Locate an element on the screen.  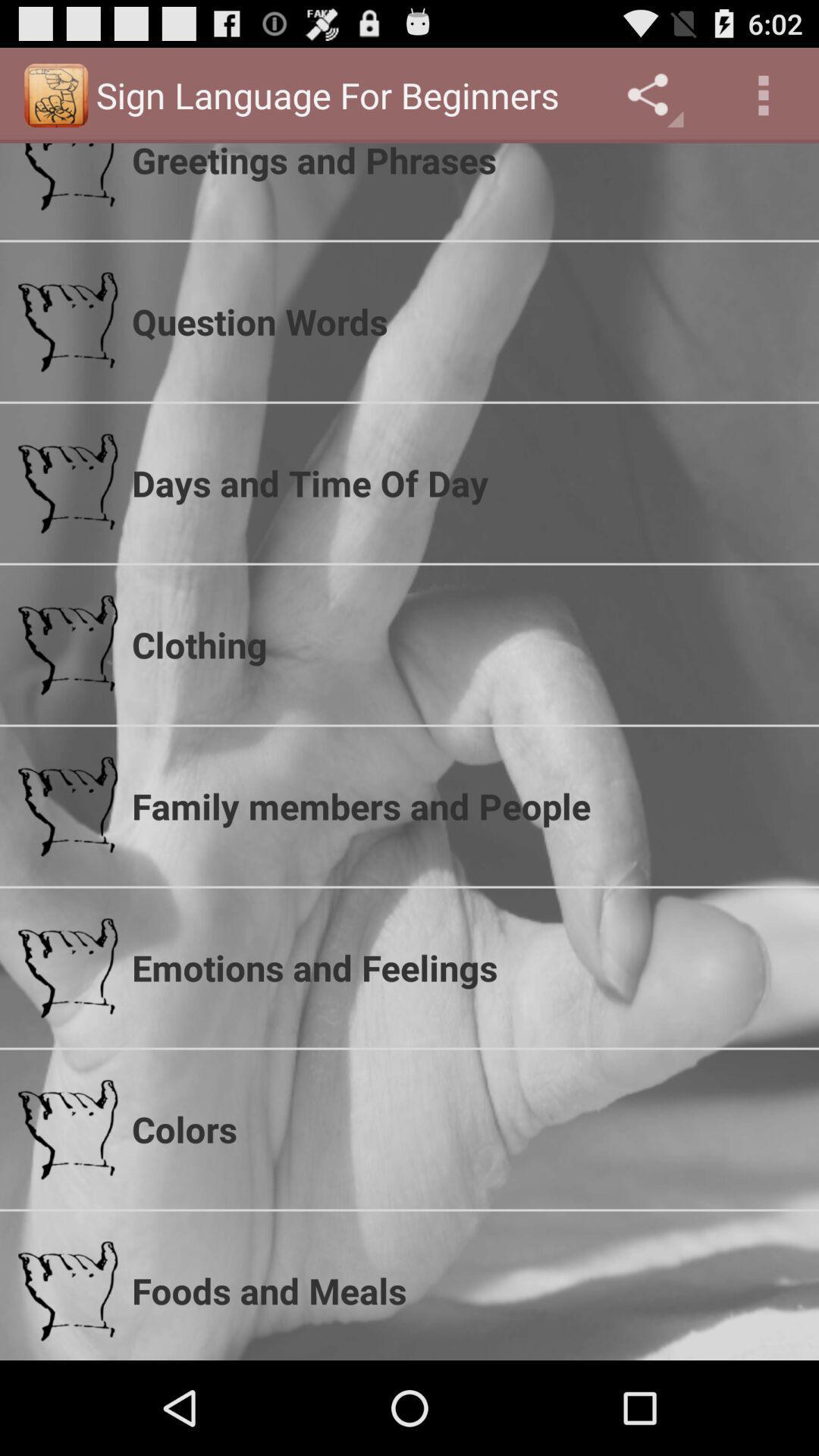
the icon below the emotions and feelings is located at coordinates (465, 1129).